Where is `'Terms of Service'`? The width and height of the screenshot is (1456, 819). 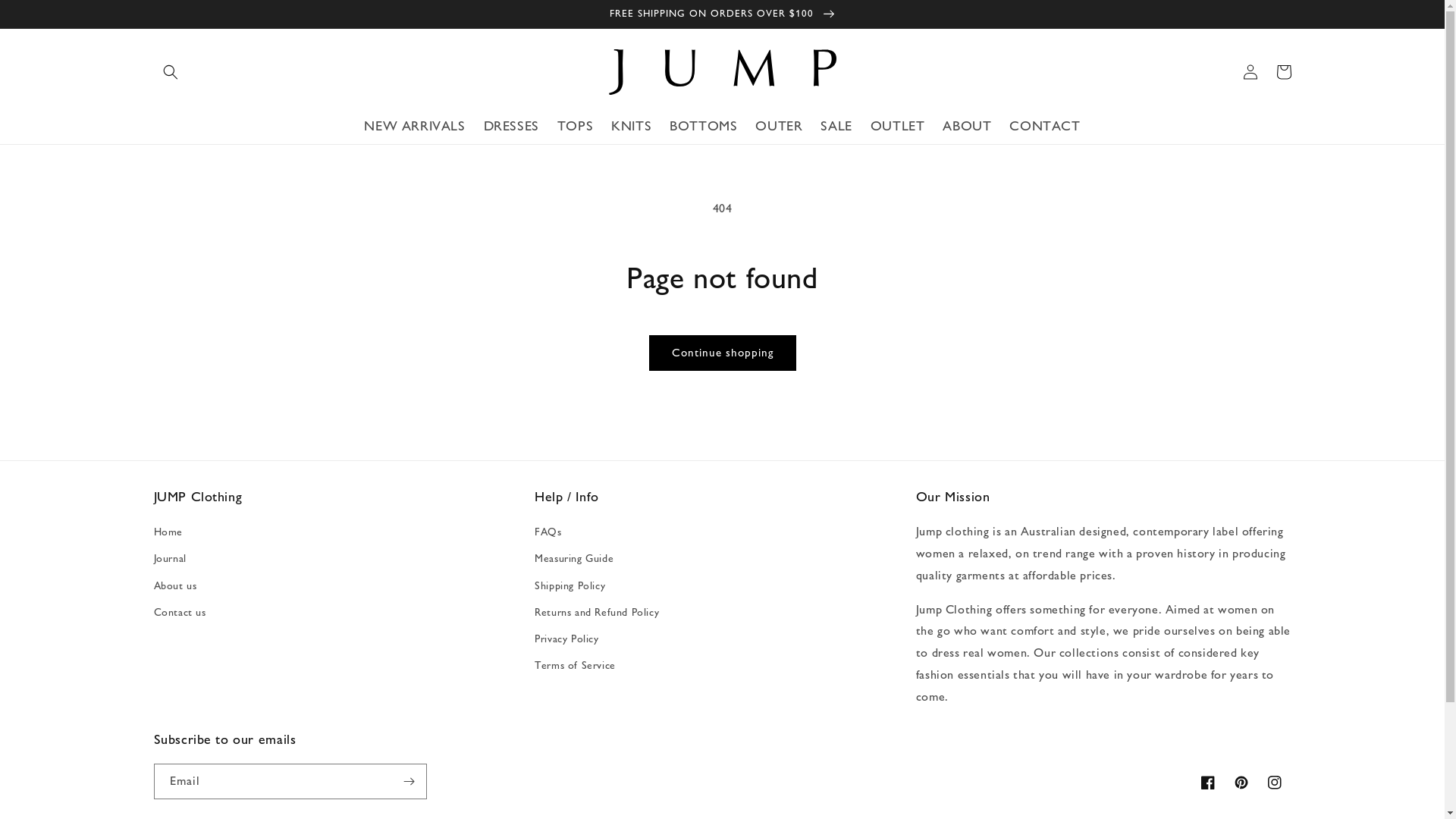 'Terms of Service' is located at coordinates (574, 664).